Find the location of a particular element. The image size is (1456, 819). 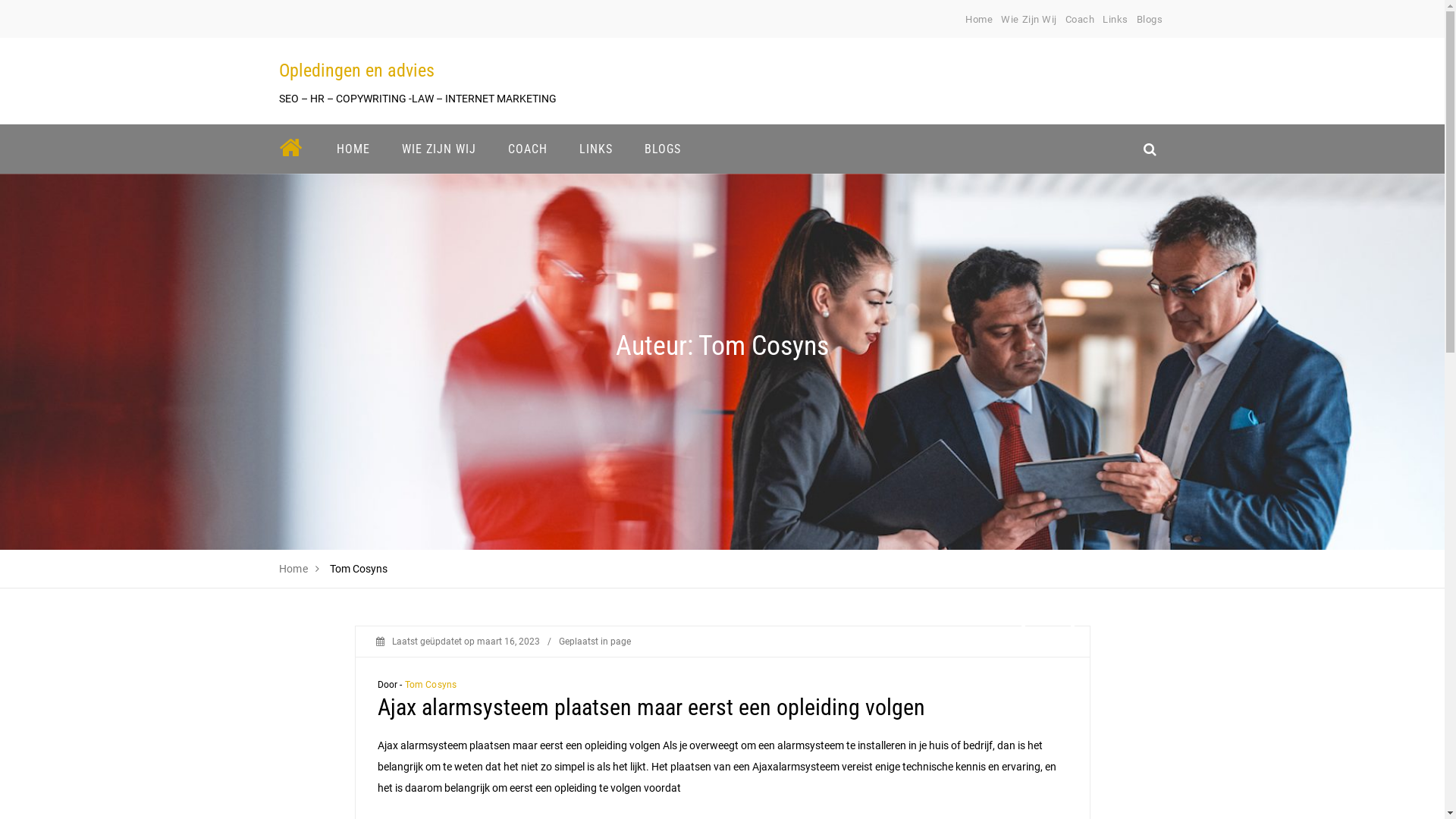

'HOME' is located at coordinates (352, 149).